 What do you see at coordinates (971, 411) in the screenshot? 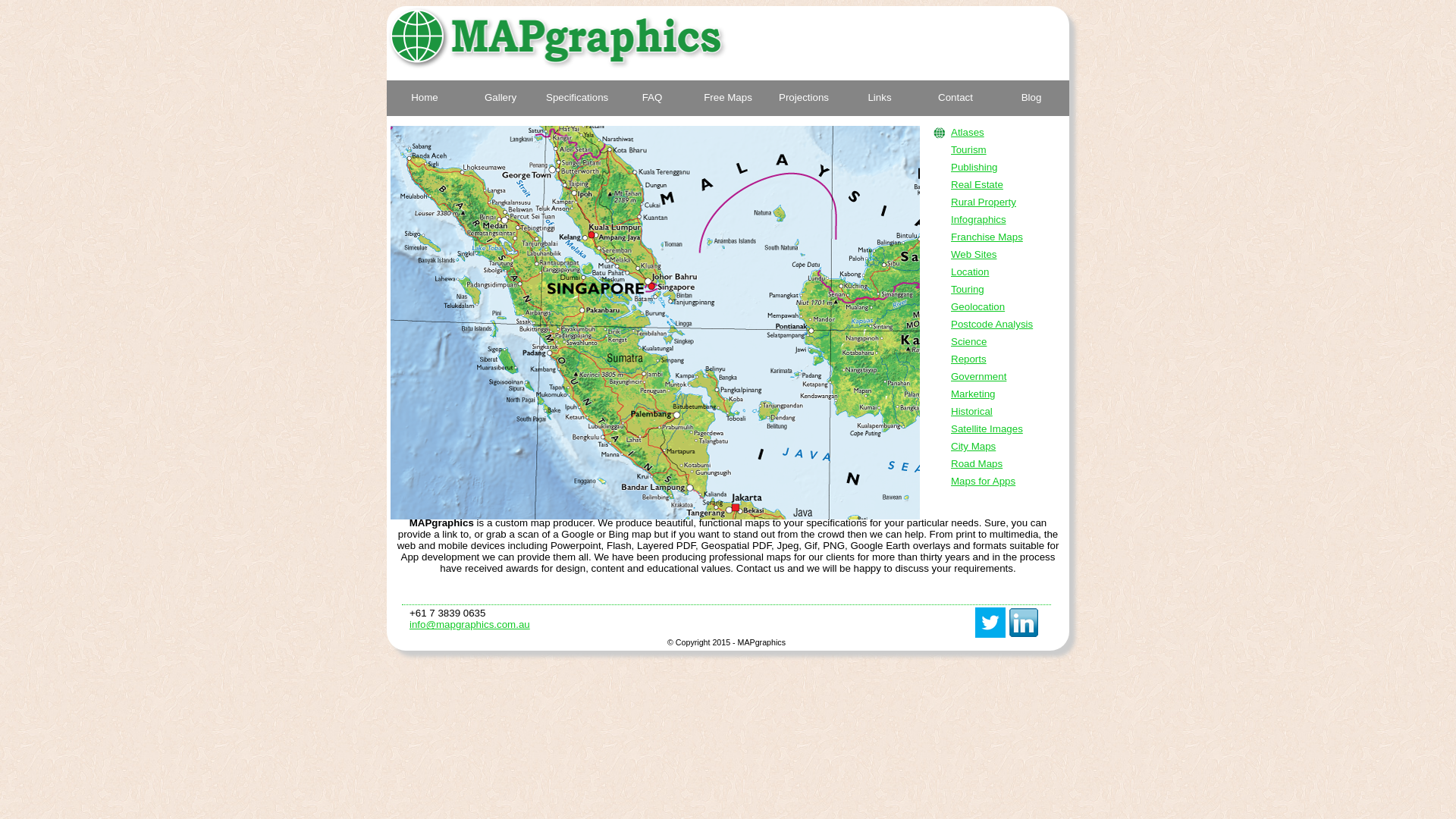
I see `'Historical'` at bounding box center [971, 411].